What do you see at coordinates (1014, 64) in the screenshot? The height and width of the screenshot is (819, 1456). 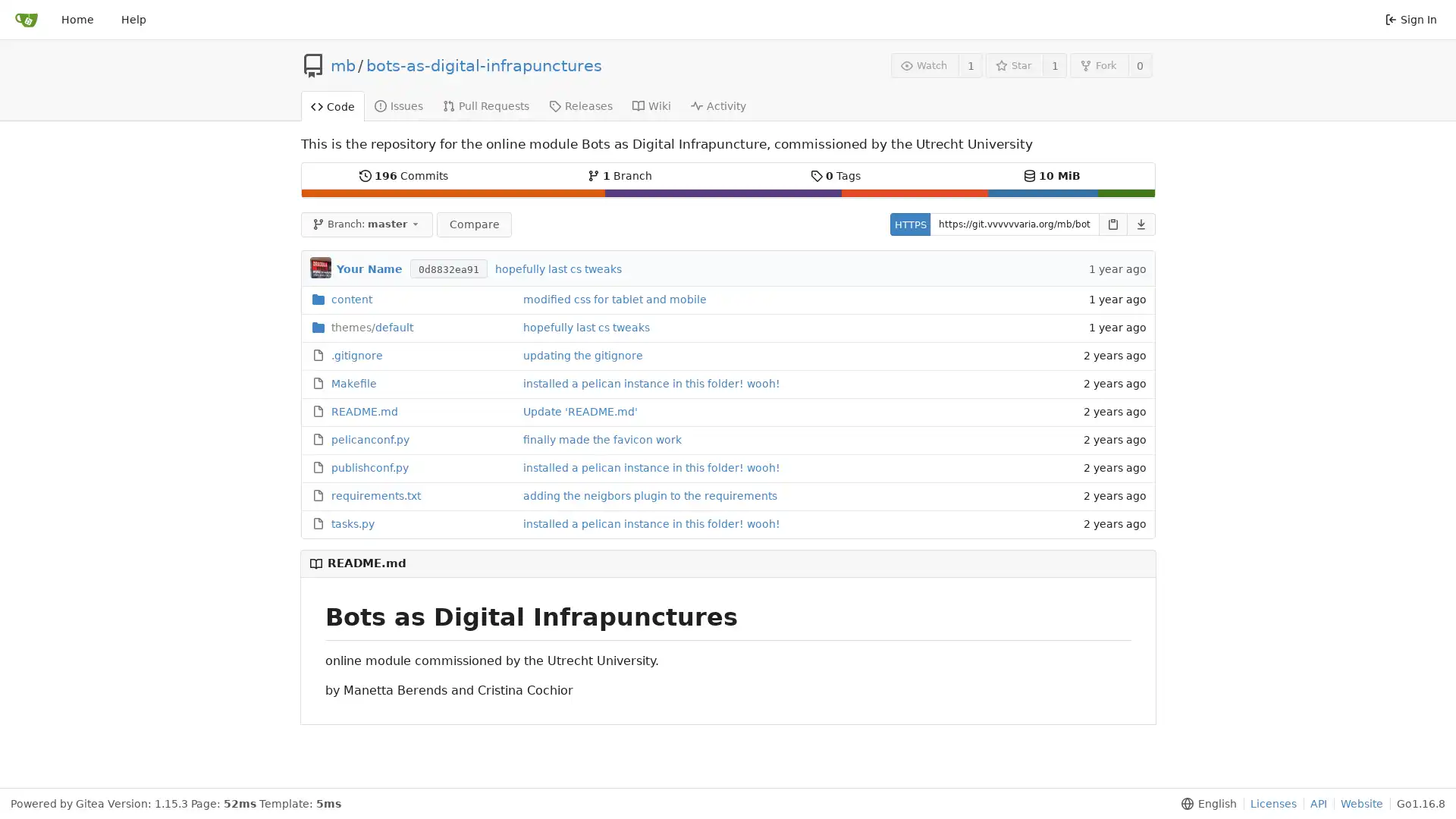 I see `Star` at bounding box center [1014, 64].